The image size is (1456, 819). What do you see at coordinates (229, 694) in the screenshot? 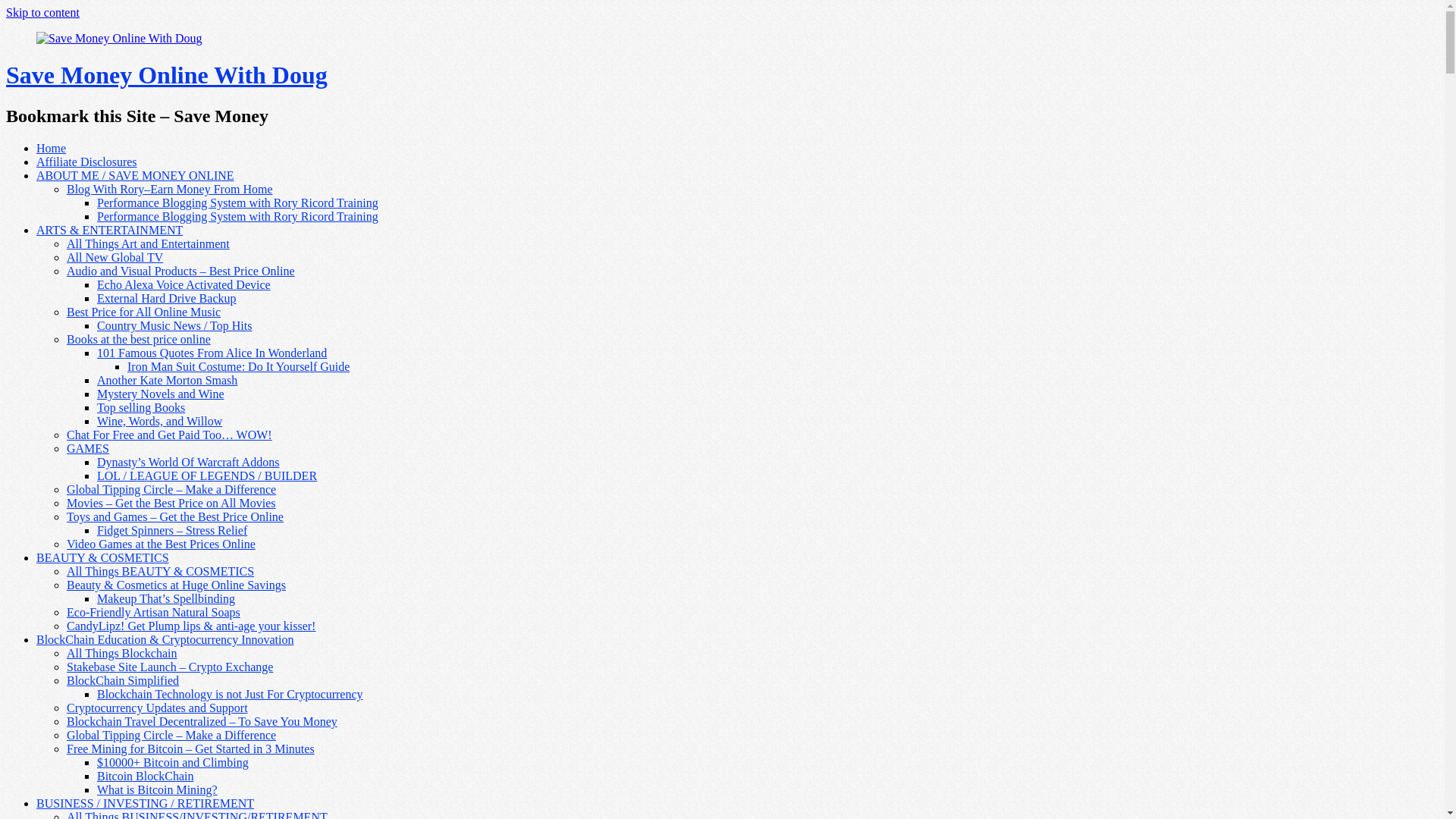
I see `'Blockchain Technology is not Just For Cryptocurrency'` at bounding box center [229, 694].